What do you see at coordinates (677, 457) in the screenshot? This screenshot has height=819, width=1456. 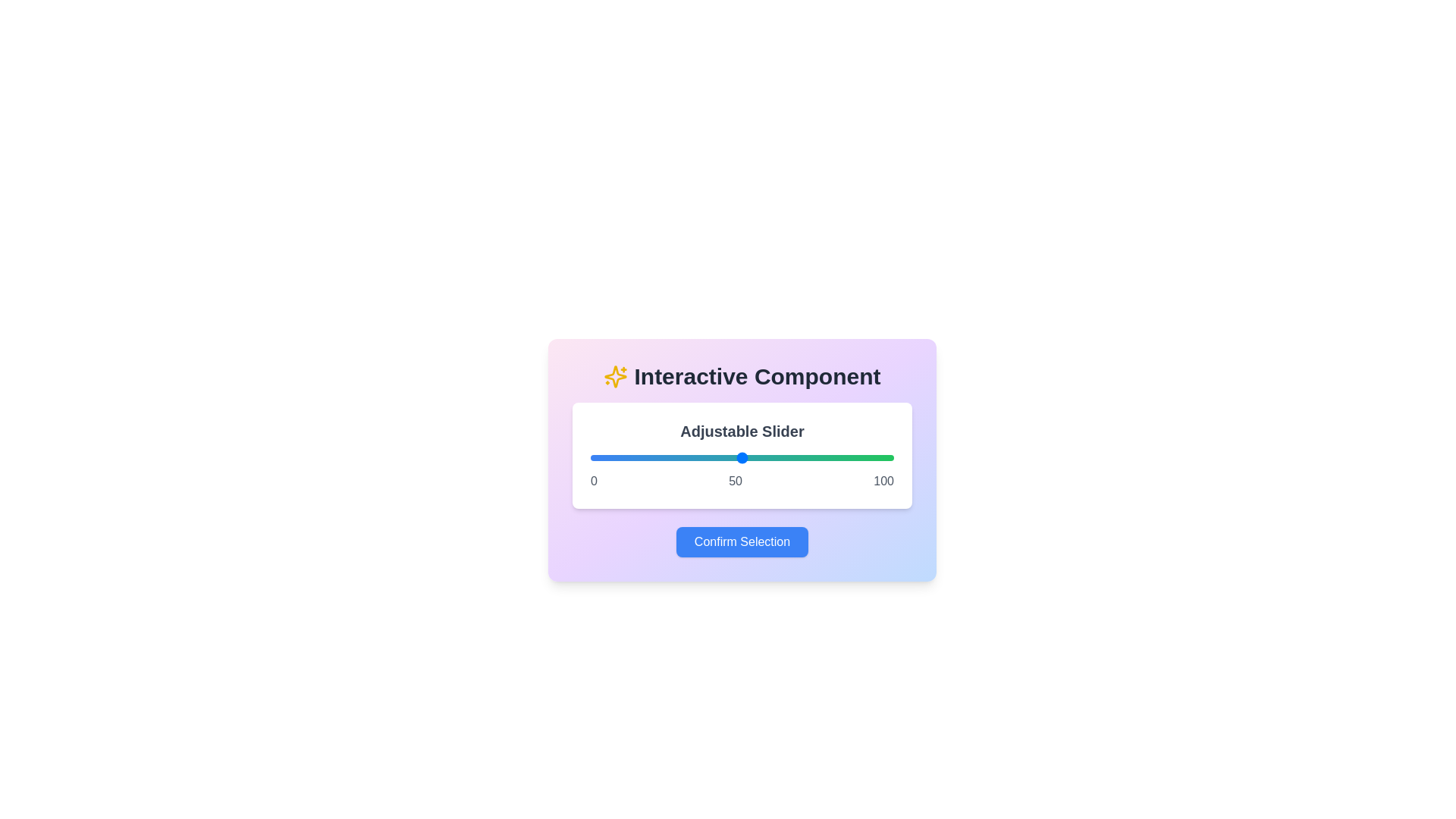 I see `the slider to a specific value 29` at bounding box center [677, 457].